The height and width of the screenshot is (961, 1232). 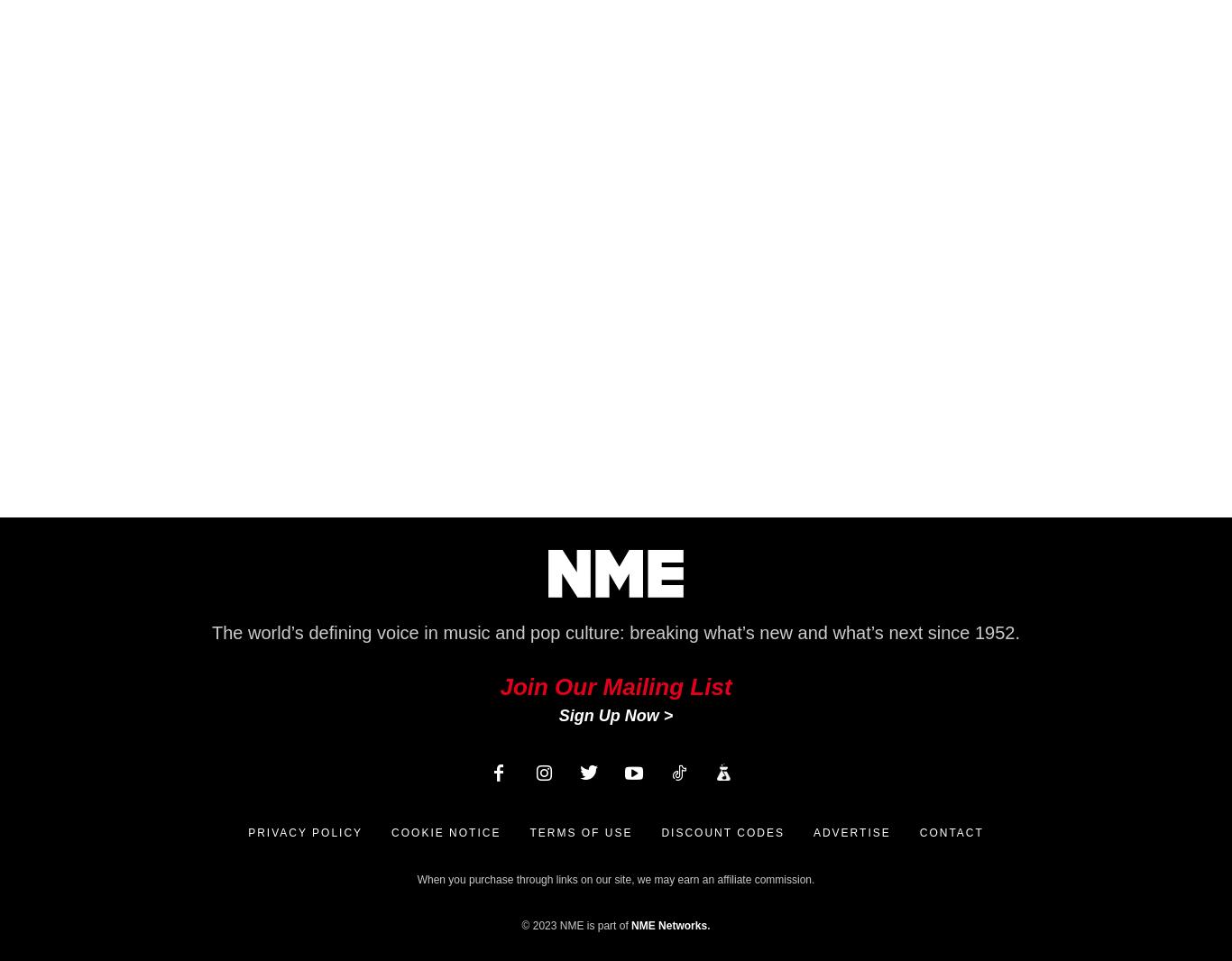 I want to click on '.', so click(x=708, y=925).